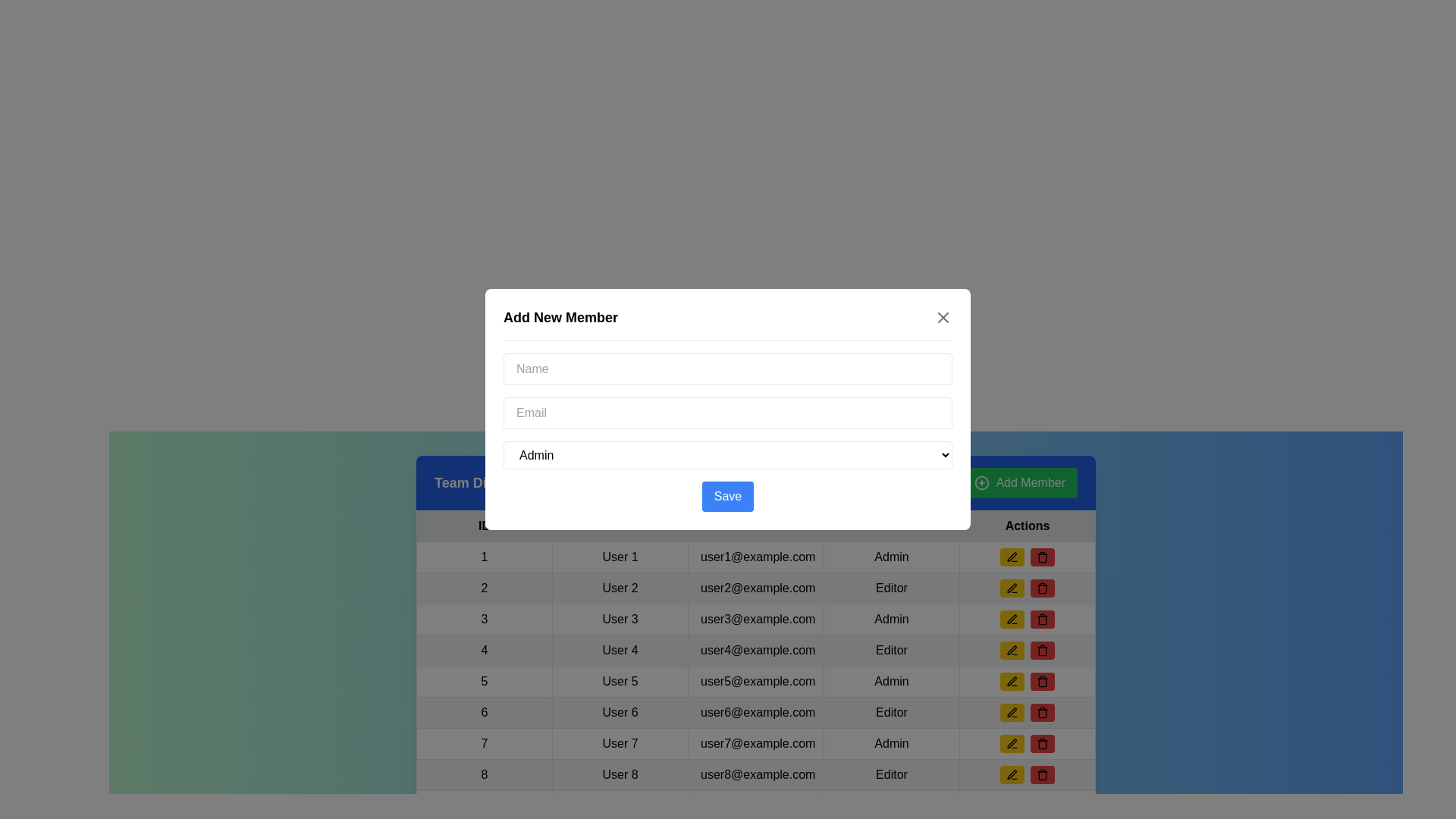 This screenshot has height=819, width=1456. I want to click on the pen icon button in the Actions column of the table corresponding to user 5 (user5@example.com), so click(1012, 680).